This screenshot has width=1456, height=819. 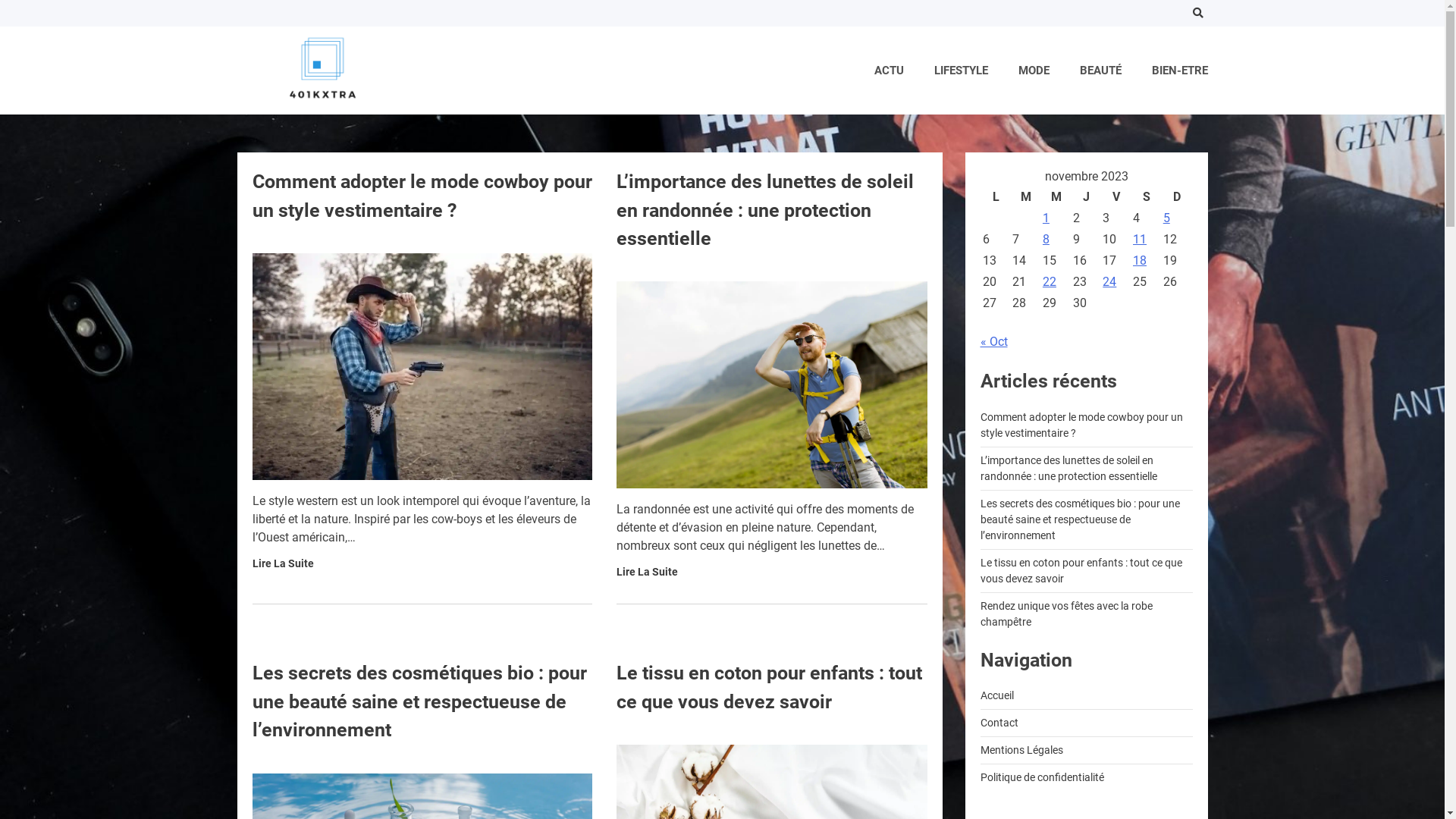 I want to click on 'Accueil', so click(x=996, y=695).